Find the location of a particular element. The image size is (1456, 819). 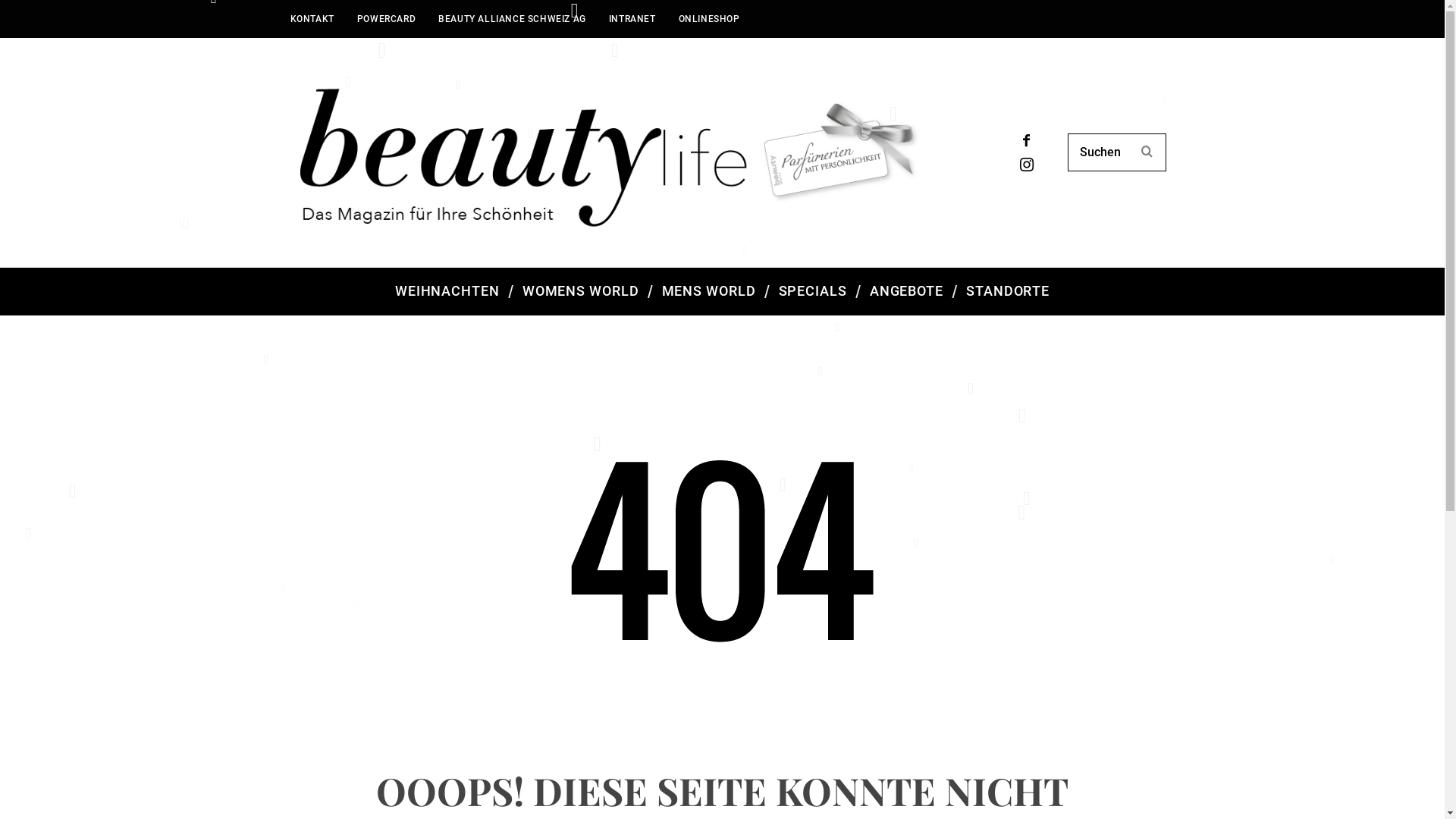

'ONLINESHOP' is located at coordinates (667, 18).